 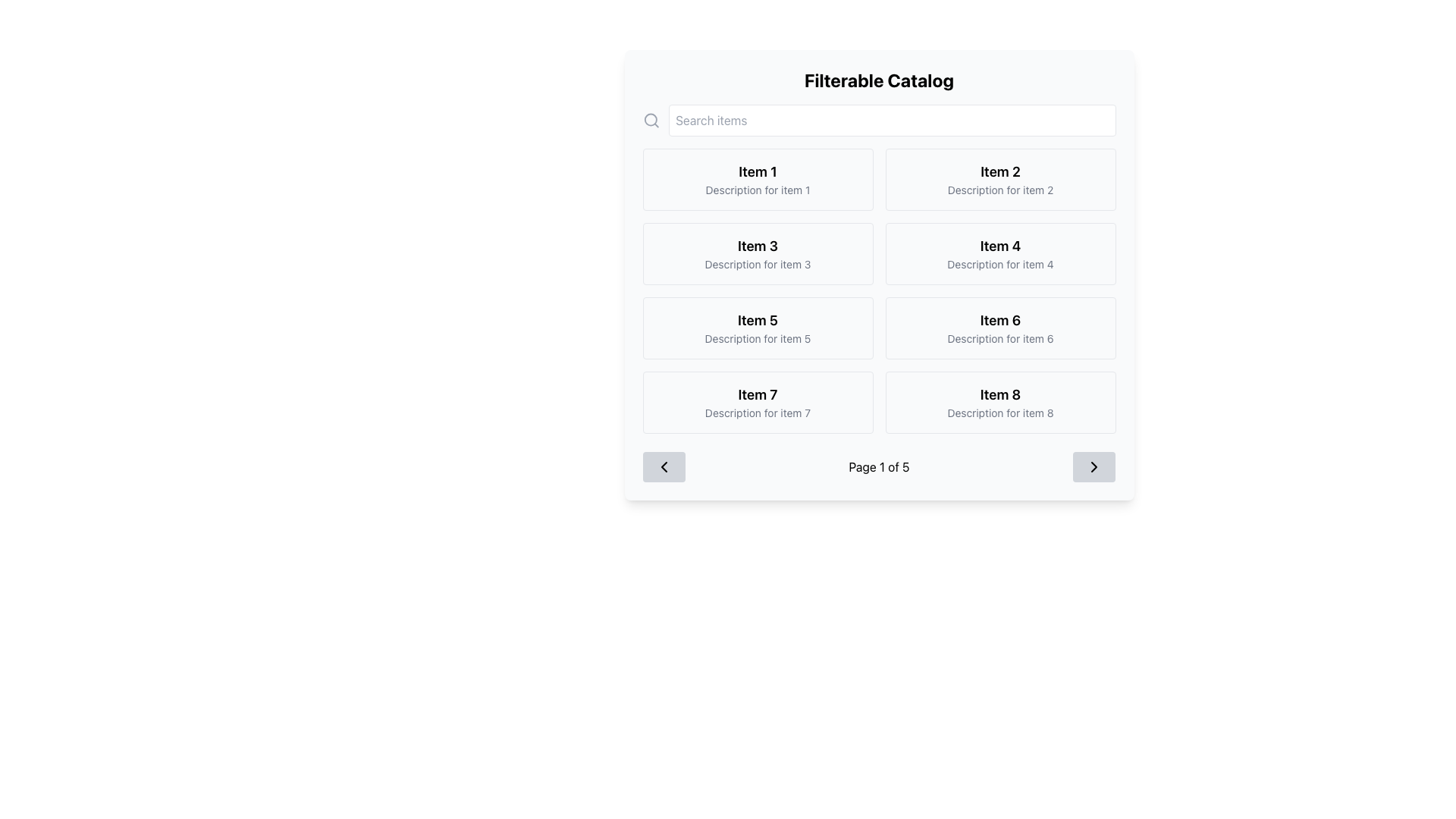 I want to click on the circular graphic element, which is part of an icon located in the top-left corner of the interface, adjacent to the search bar, so click(x=650, y=119).